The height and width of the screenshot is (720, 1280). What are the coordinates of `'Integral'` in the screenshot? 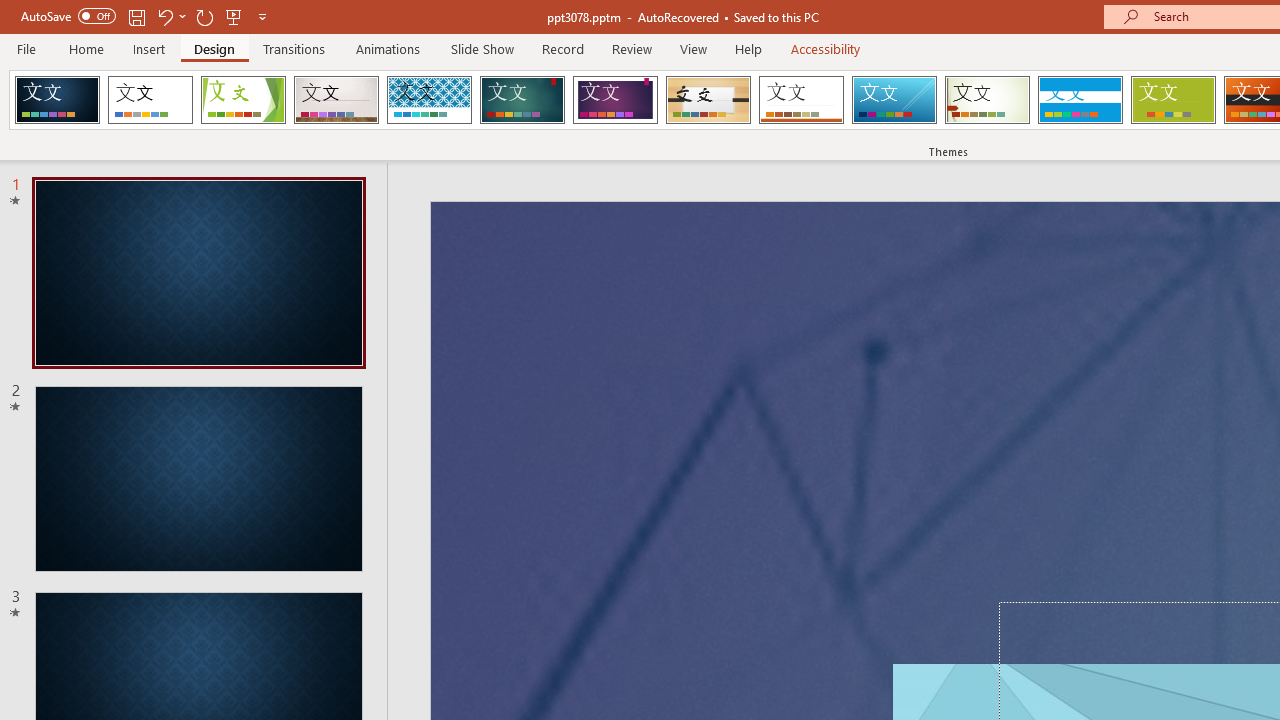 It's located at (428, 100).